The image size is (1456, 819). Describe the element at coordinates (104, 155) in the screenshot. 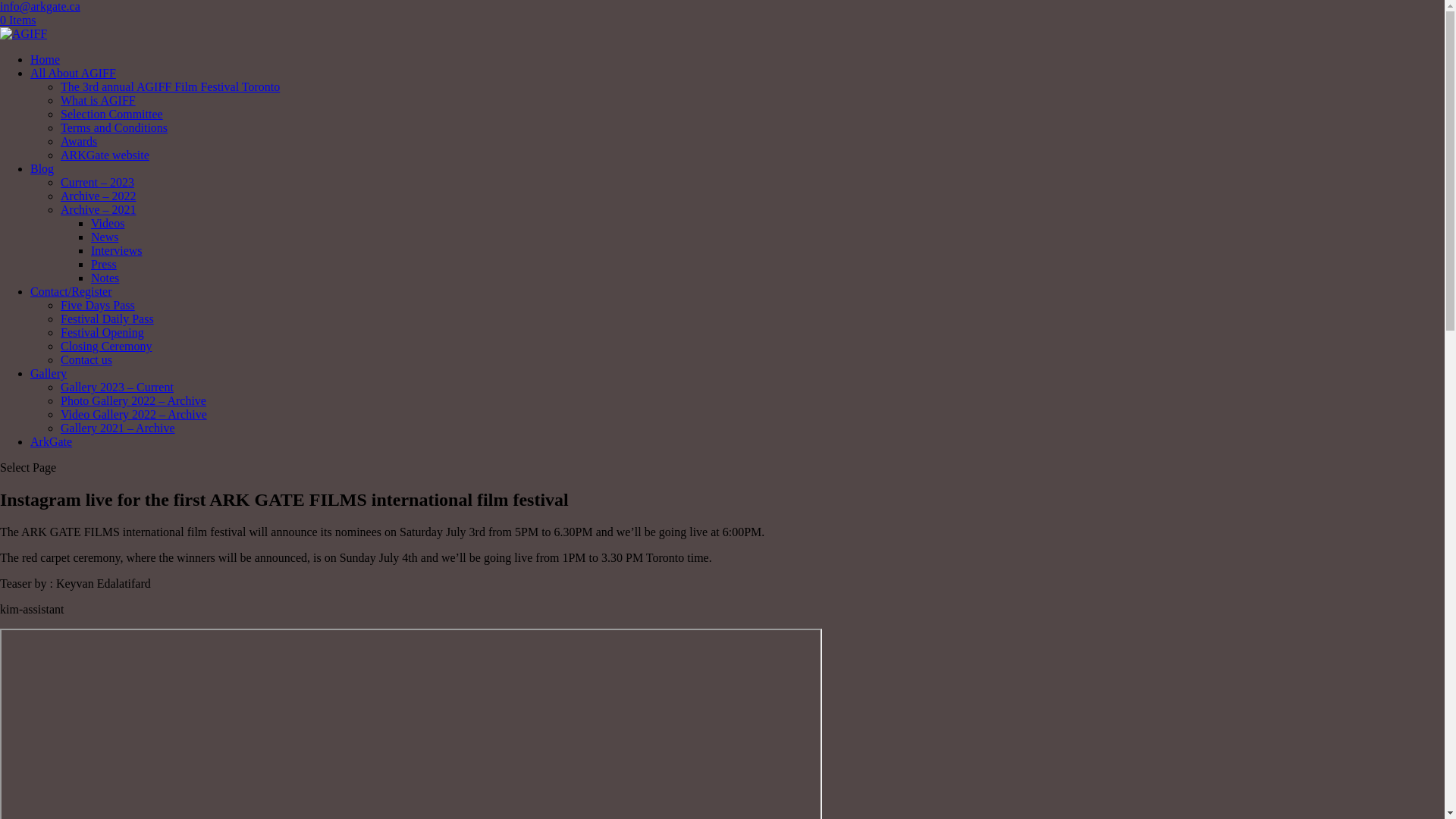

I see `'ARKGate website'` at that location.